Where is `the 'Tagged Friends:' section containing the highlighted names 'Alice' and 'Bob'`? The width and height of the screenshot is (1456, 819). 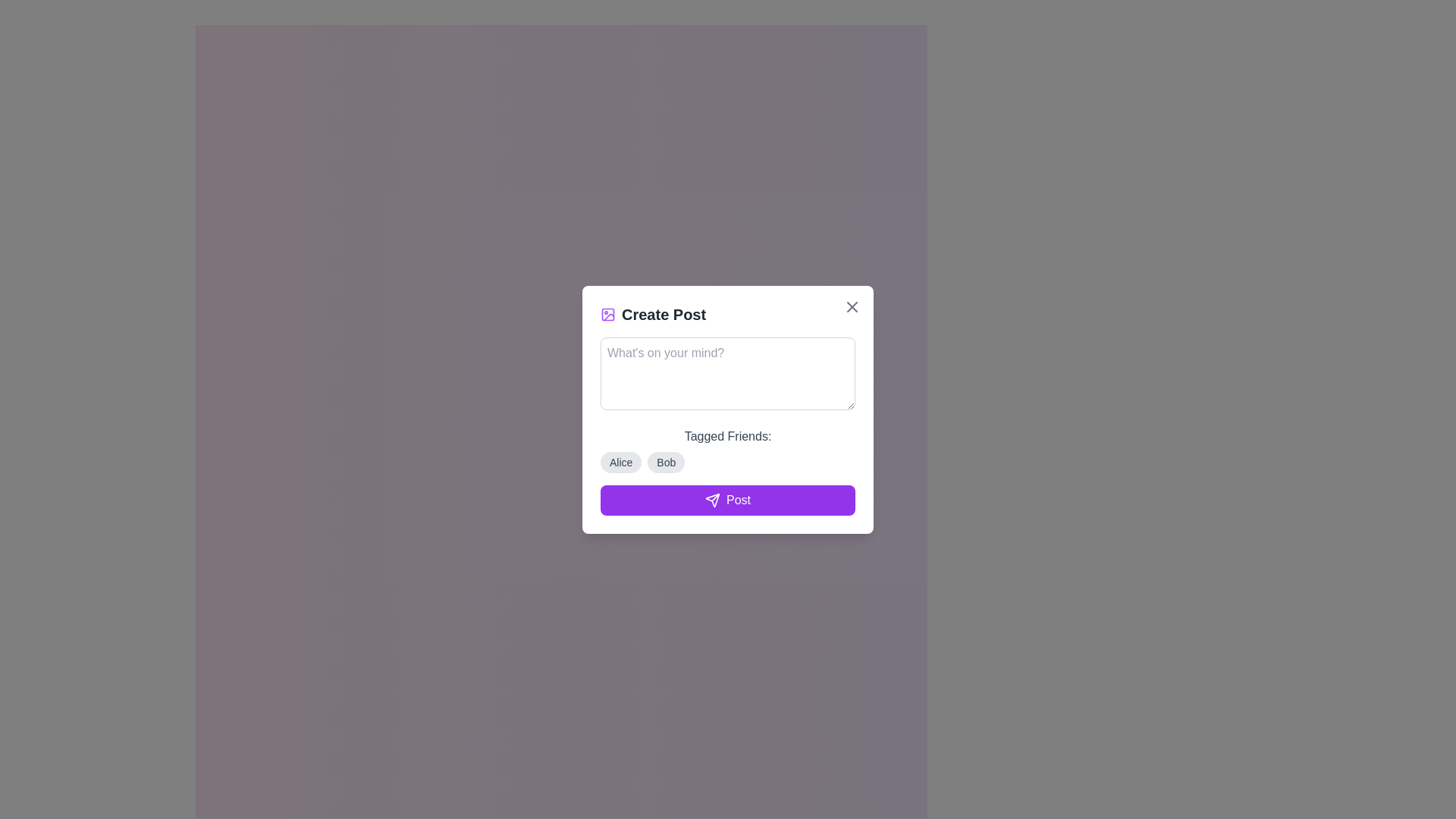
the 'Tagged Friends:' section containing the highlighted names 'Alice' and 'Bob' is located at coordinates (728, 449).